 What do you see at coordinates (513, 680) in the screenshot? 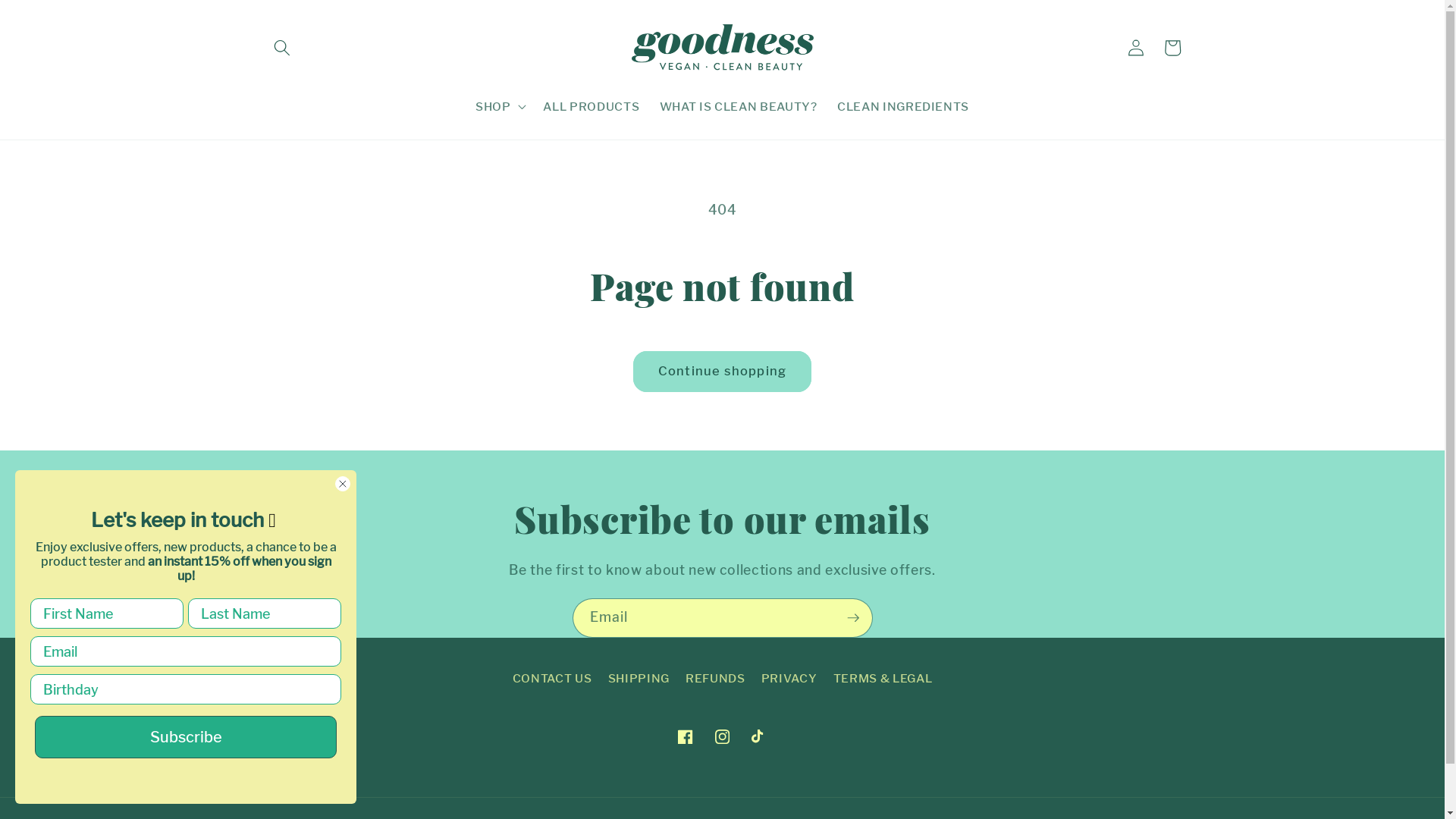
I see `'CONTACT US'` at bounding box center [513, 680].